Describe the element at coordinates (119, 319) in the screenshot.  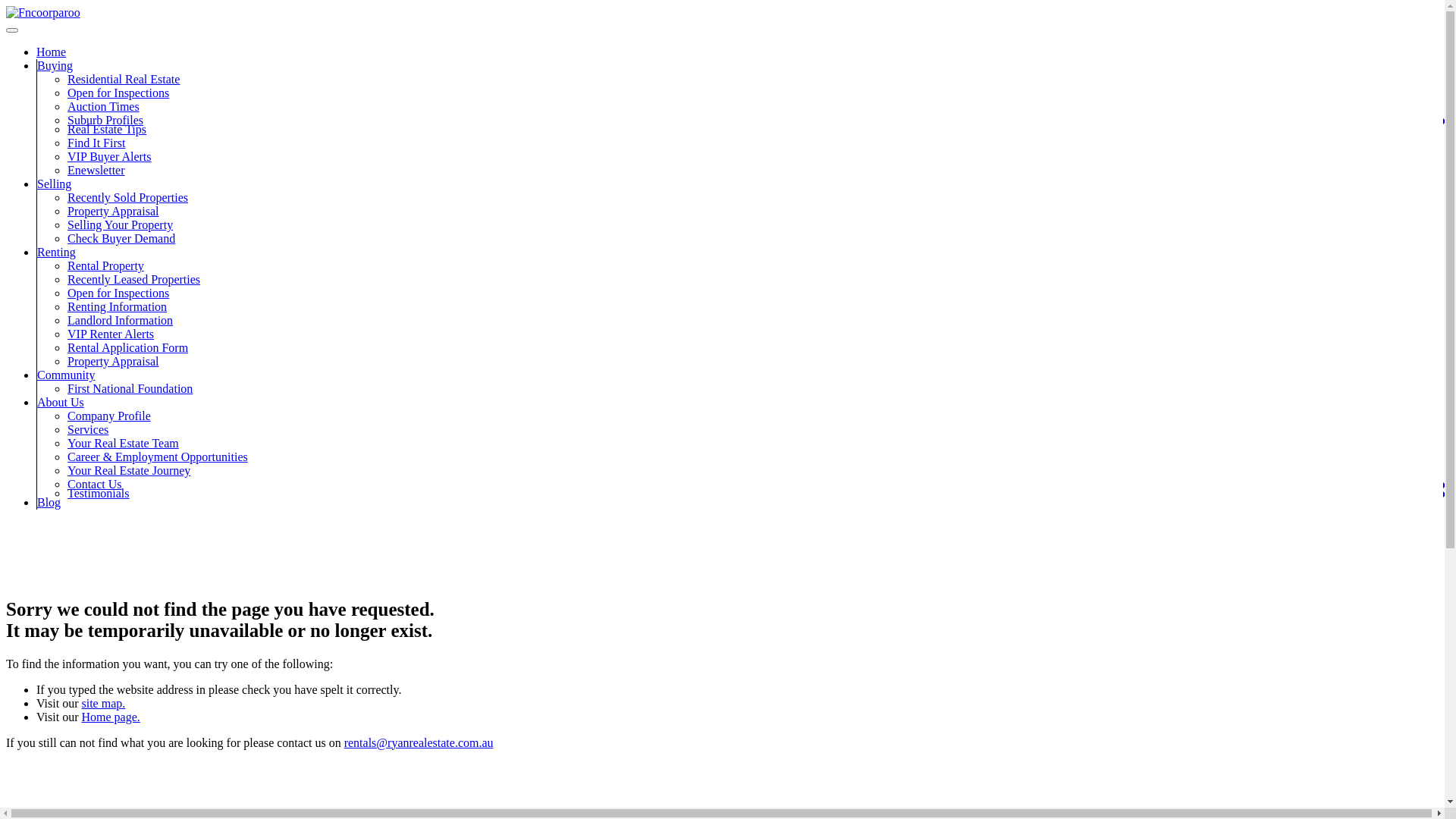
I see `'Landlord Information'` at that location.